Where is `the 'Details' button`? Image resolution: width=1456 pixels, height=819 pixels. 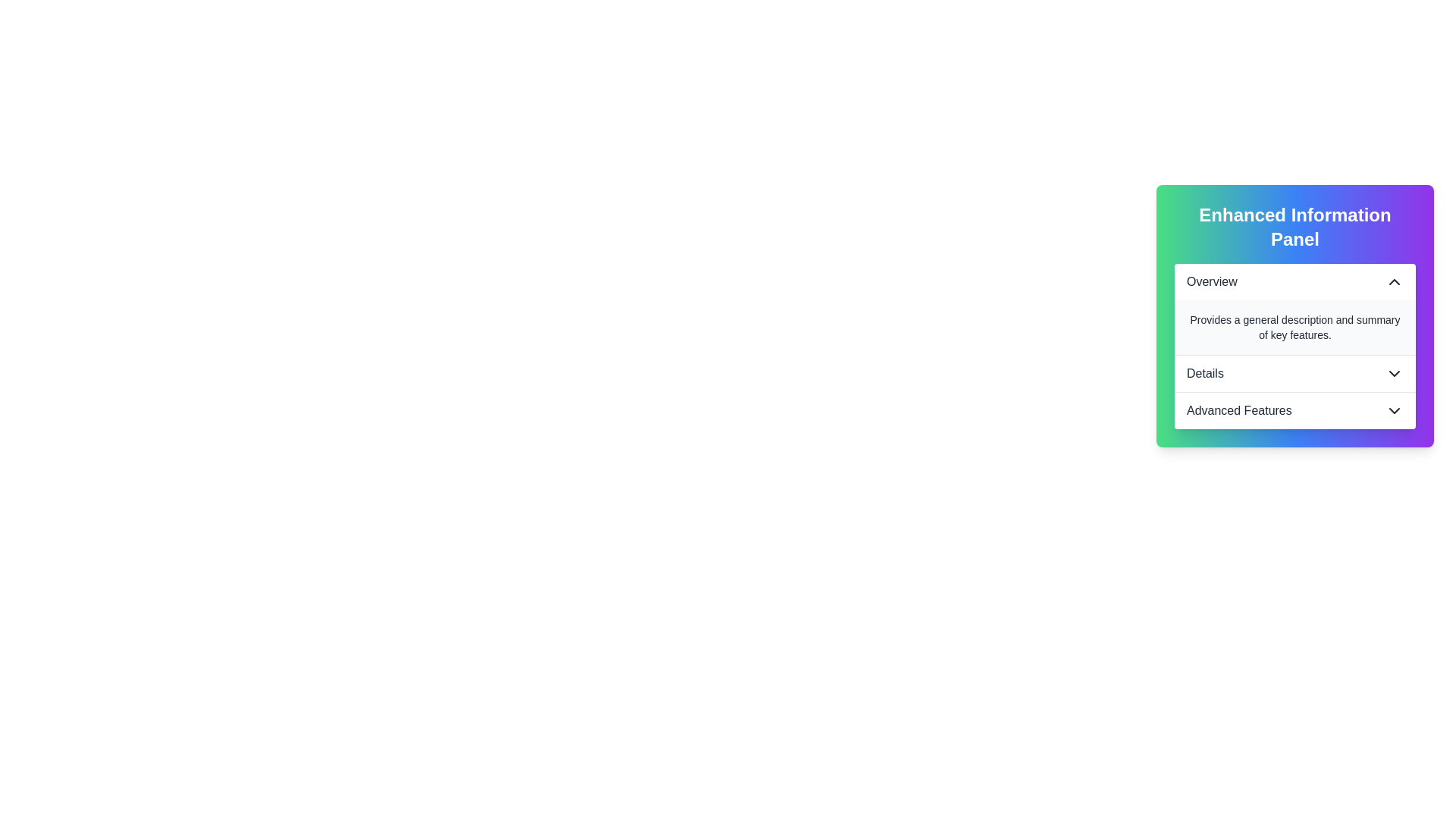
the 'Details' button is located at coordinates (1294, 373).